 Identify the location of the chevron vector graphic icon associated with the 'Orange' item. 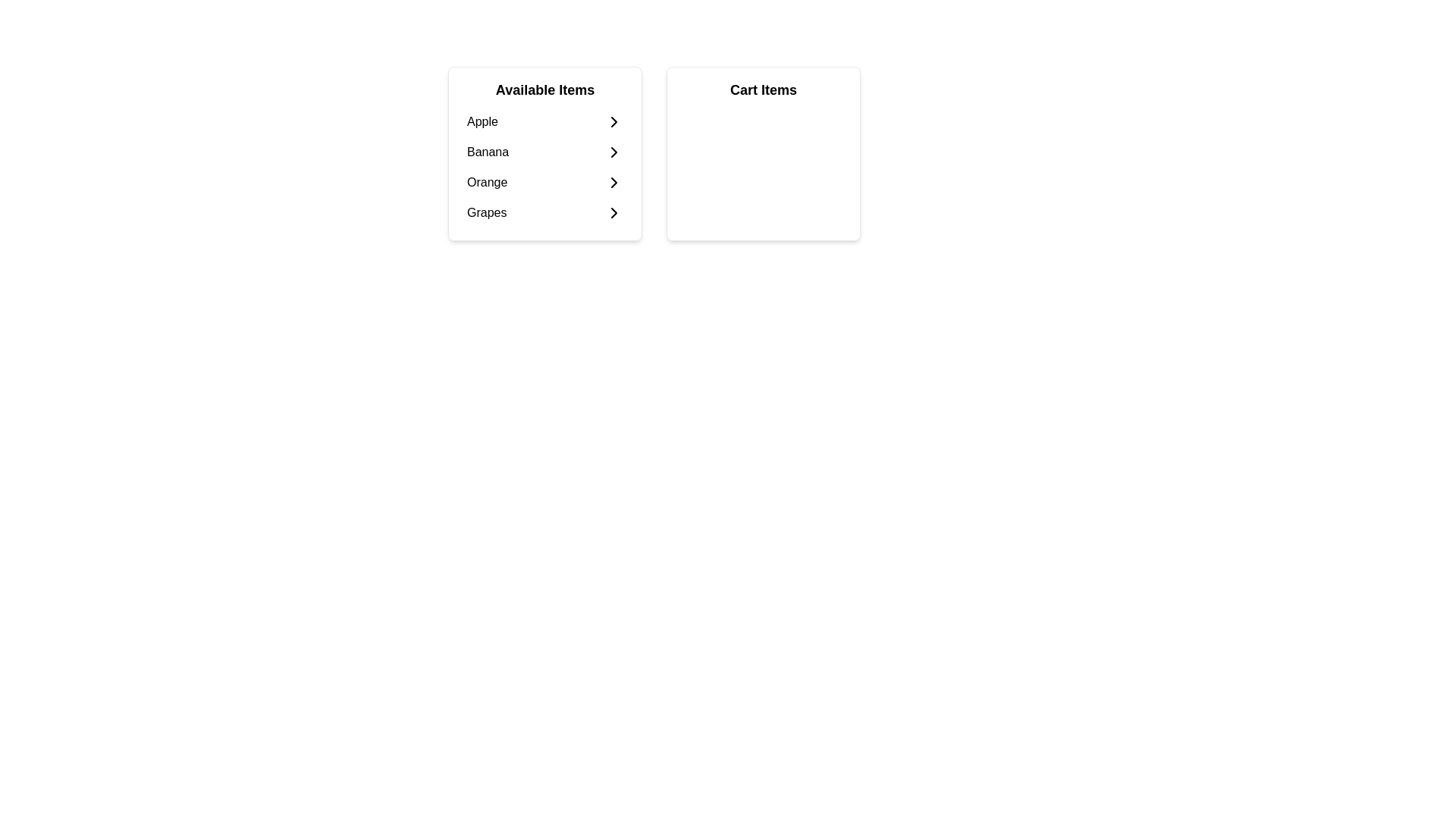
(614, 181).